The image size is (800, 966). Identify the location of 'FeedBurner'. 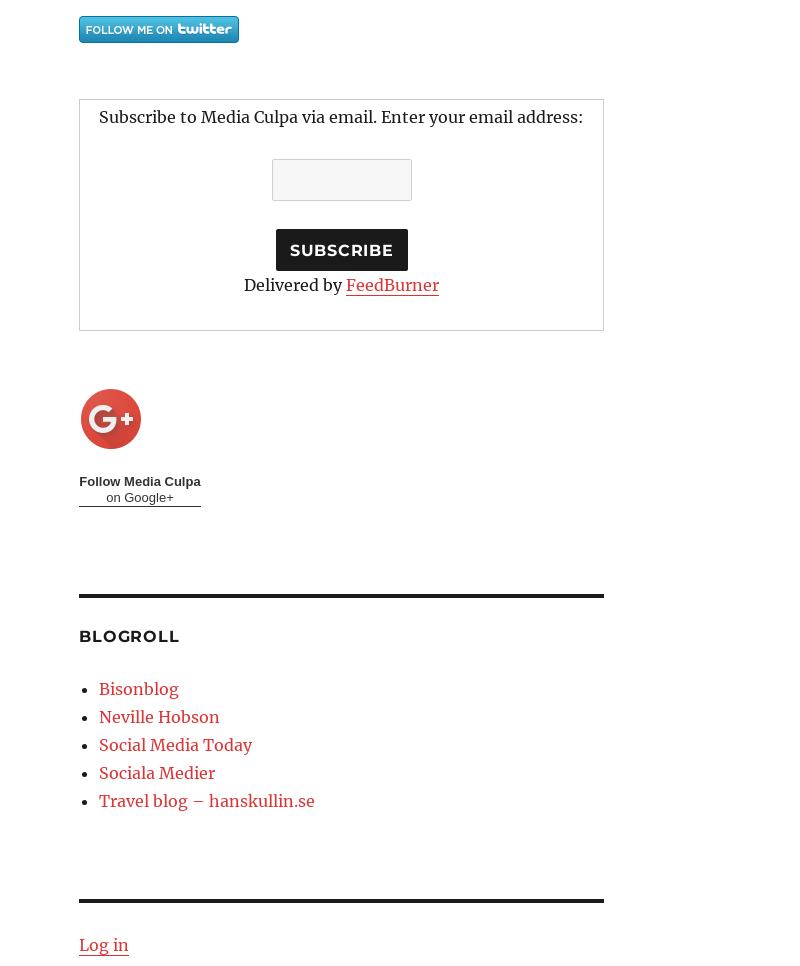
(391, 283).